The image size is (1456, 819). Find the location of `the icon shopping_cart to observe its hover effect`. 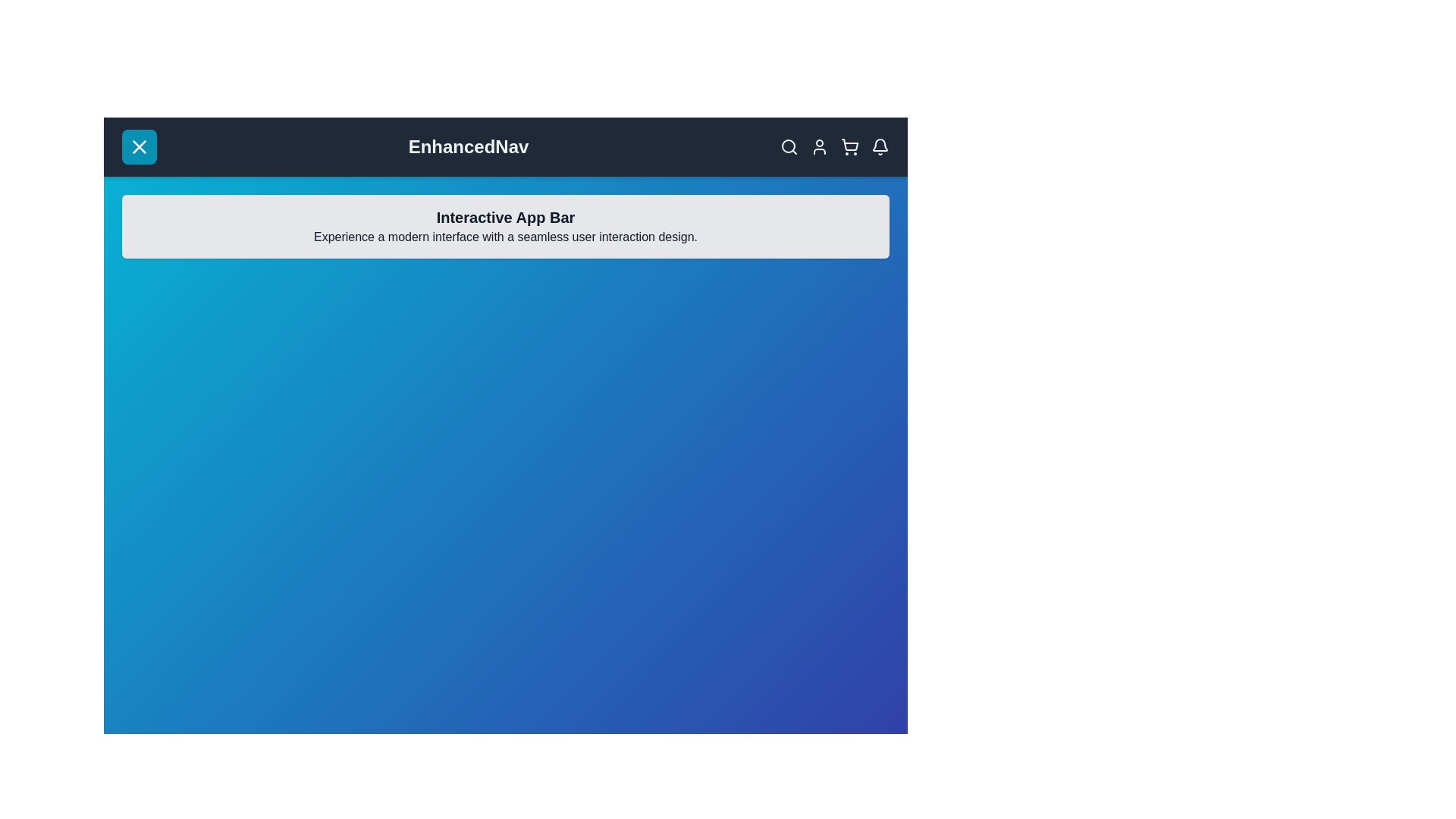

the icon shopping_cart to observe its hover effect is located at coordinates (850, 146).